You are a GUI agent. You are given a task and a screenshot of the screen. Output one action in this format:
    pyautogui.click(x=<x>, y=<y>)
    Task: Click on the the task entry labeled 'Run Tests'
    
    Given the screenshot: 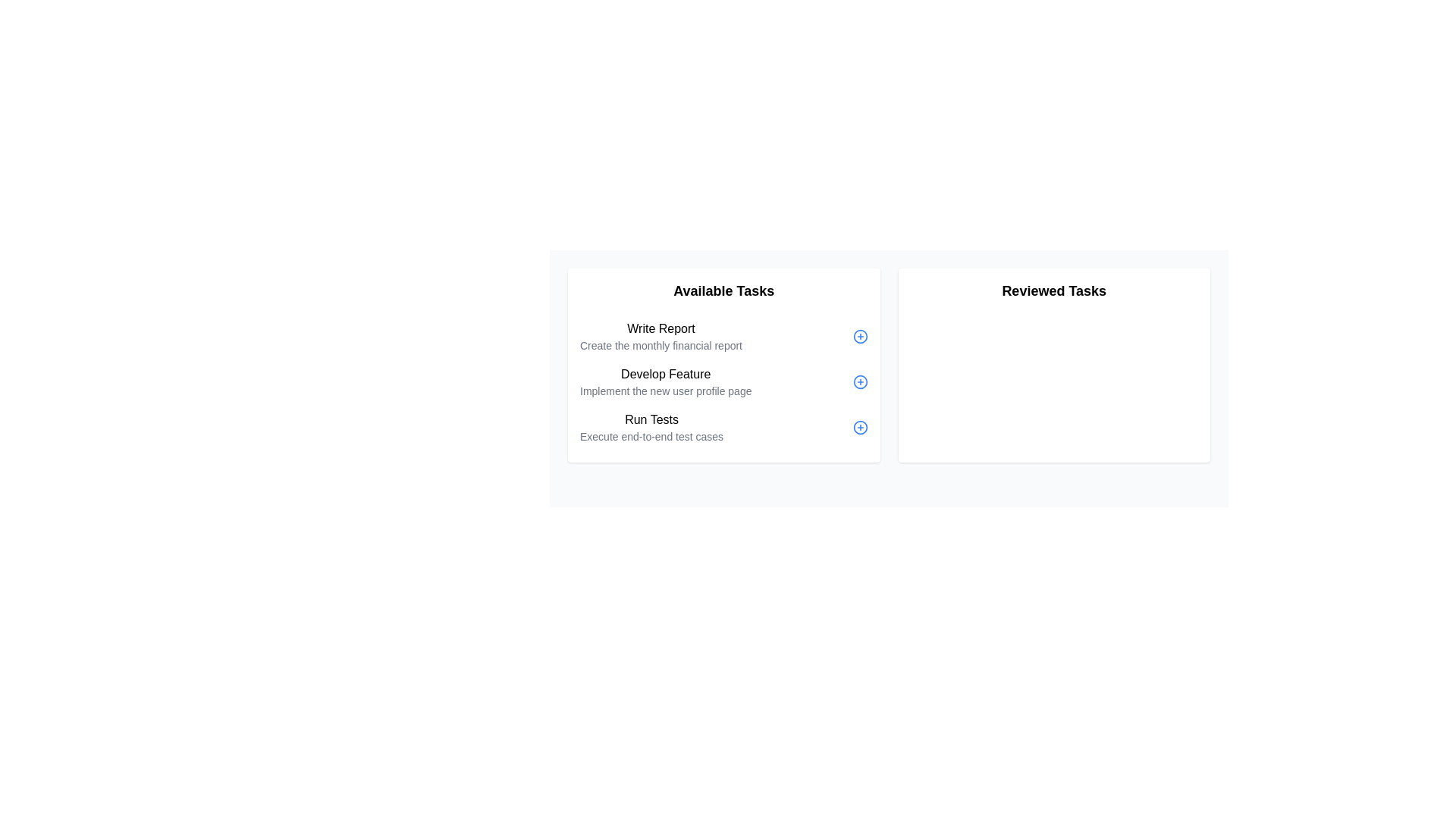 What is the action you would take?
    pyautogui.click(x=723, y=427)
    